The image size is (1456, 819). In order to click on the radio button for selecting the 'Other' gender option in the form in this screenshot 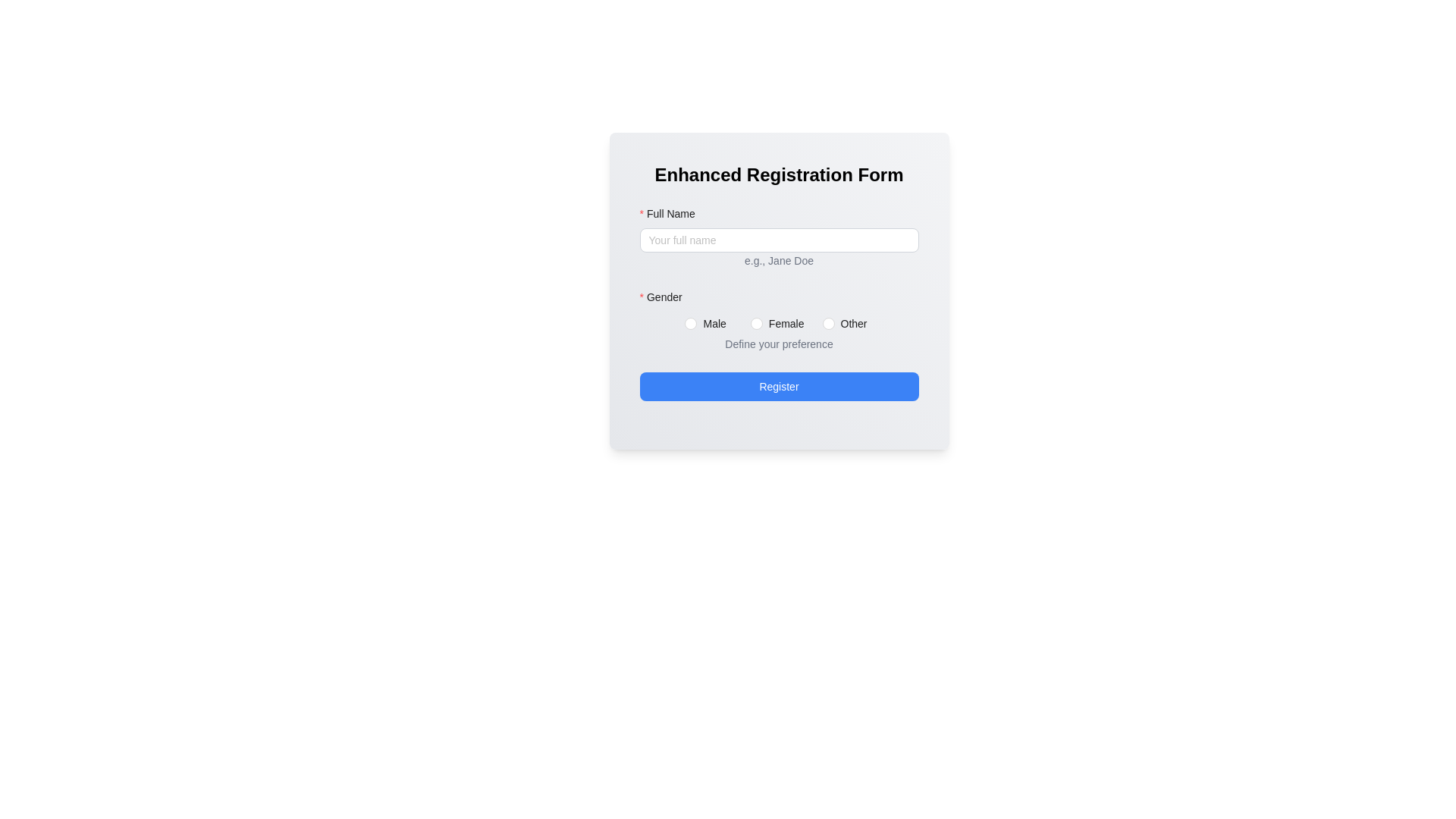, I will do `click(827, 323)`.